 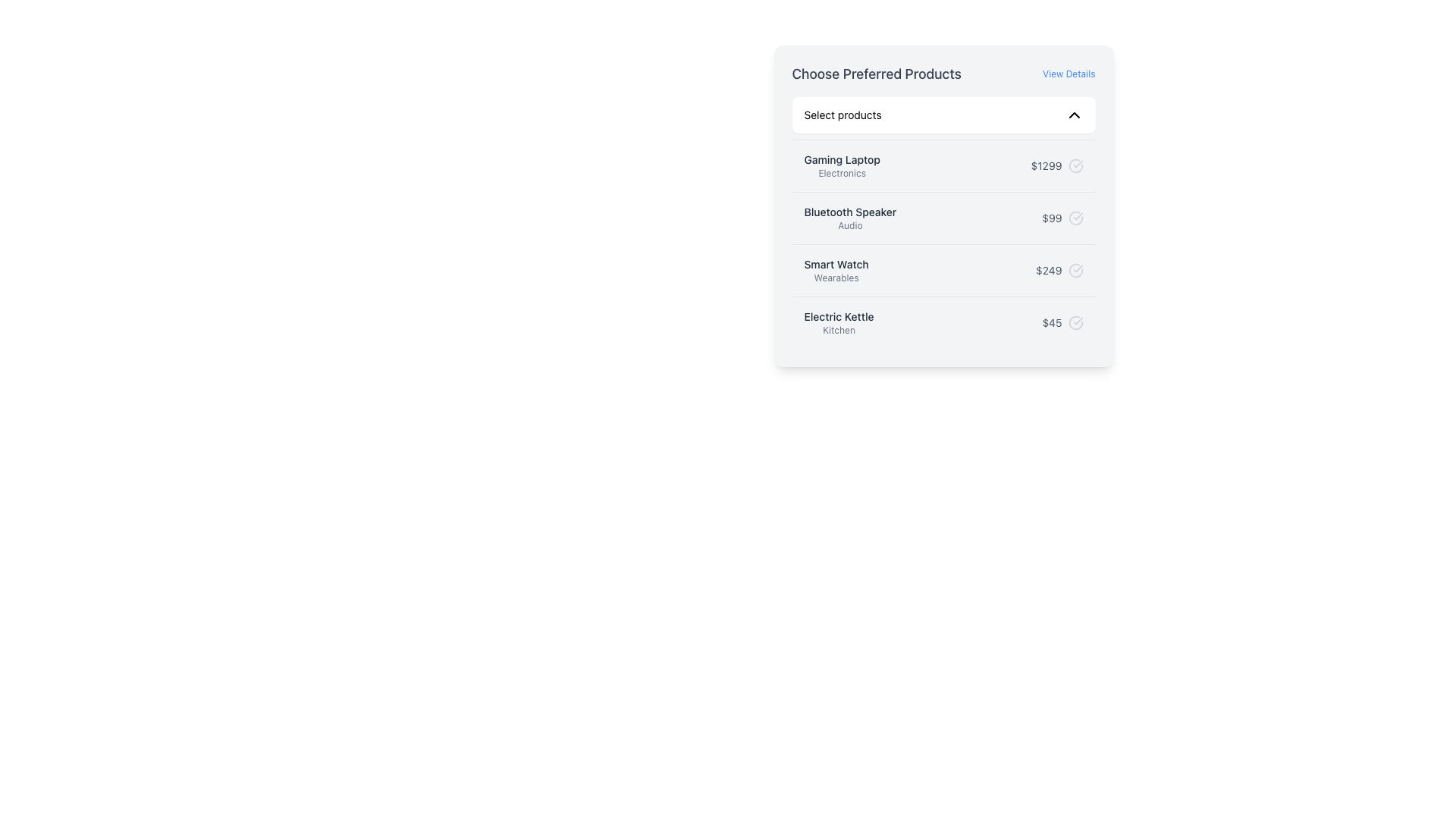 I want to click on the text label 'Electric Kettle' for reordering within the fourth product entry of the vertical list, so click(x=838, y=315).